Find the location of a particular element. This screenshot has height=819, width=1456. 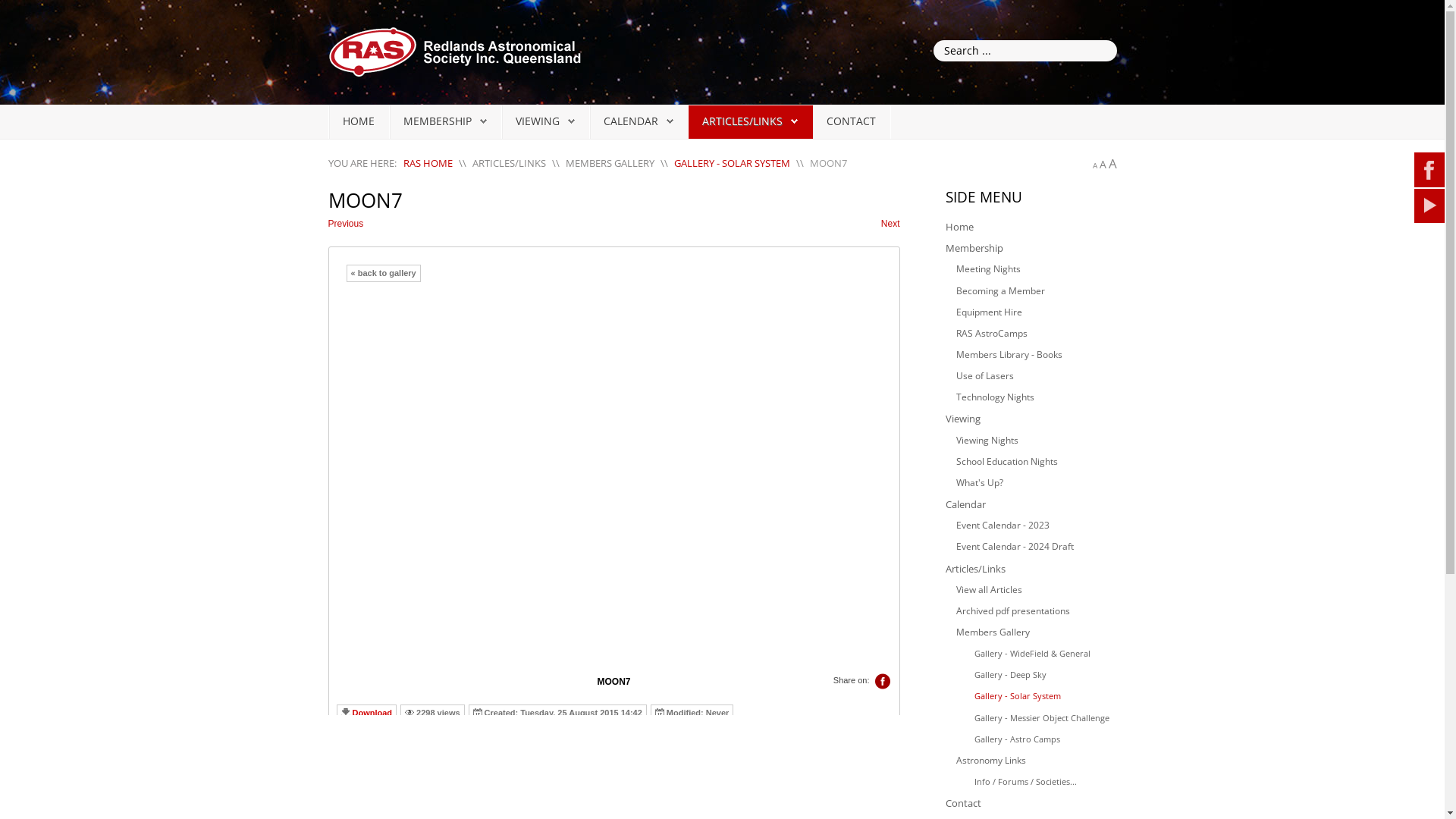

'Event Calendar - 2023' is located at coordinates (1035, 525).